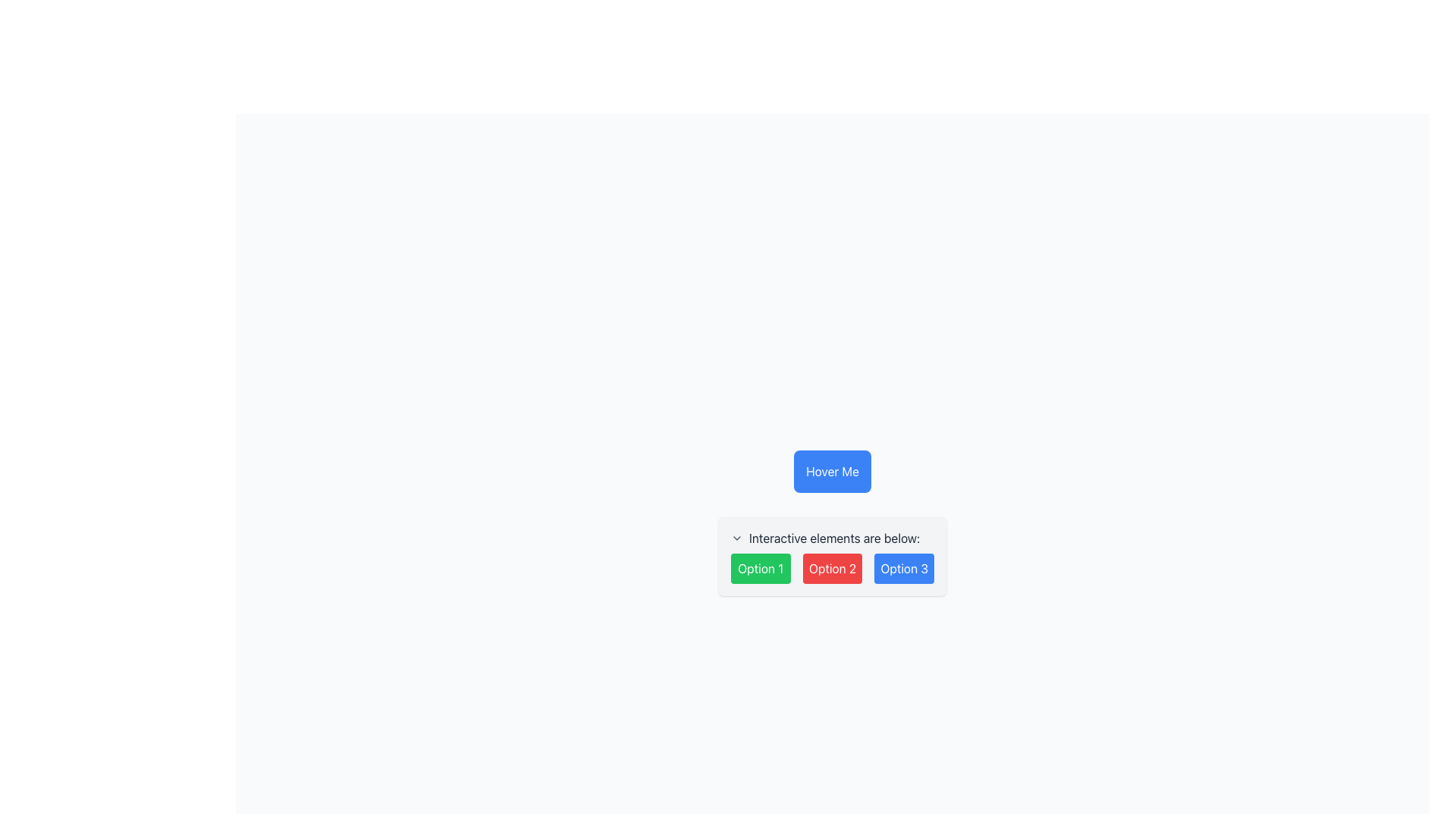 This screenshot has height=819, width=1456. Describe the element at coordinates (833, 537) in the screenshot. I see `the text label displaying 'Interactive elements are below:' which is styled in dark gray (#text-gray-800) and located below the 'Hover Me' button` at that location.